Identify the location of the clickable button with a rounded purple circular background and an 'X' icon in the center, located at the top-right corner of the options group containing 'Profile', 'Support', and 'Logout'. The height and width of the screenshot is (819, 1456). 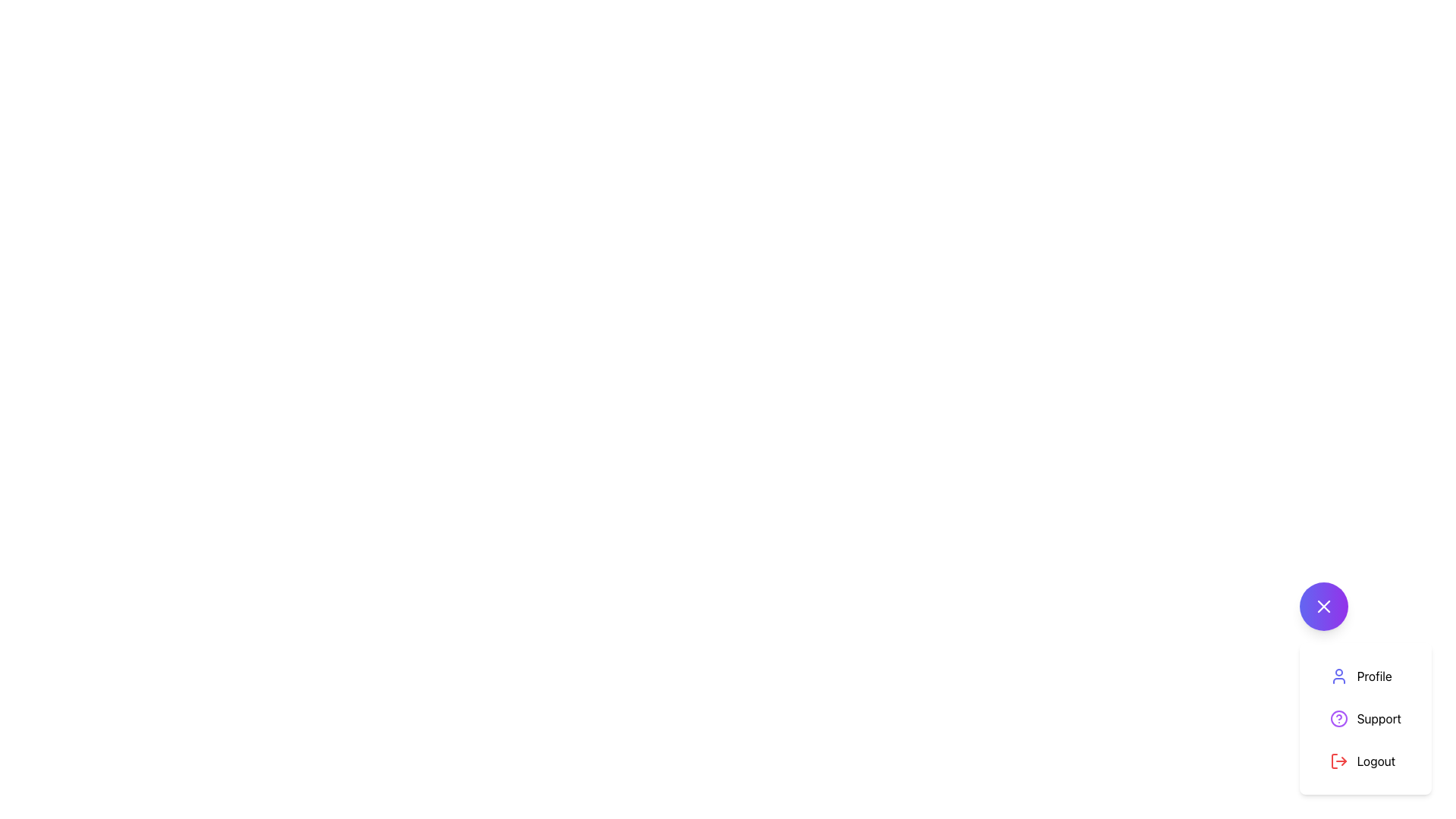
(1365, 688).